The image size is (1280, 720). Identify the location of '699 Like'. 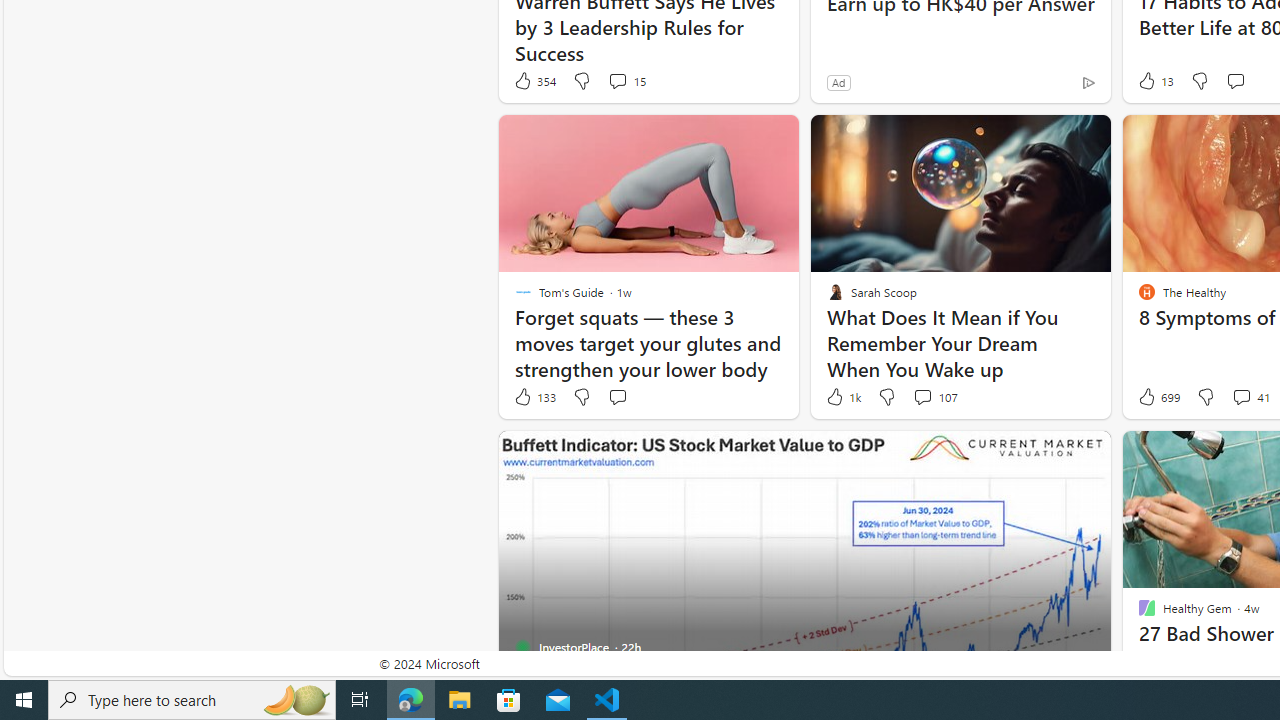
(1157, 397).